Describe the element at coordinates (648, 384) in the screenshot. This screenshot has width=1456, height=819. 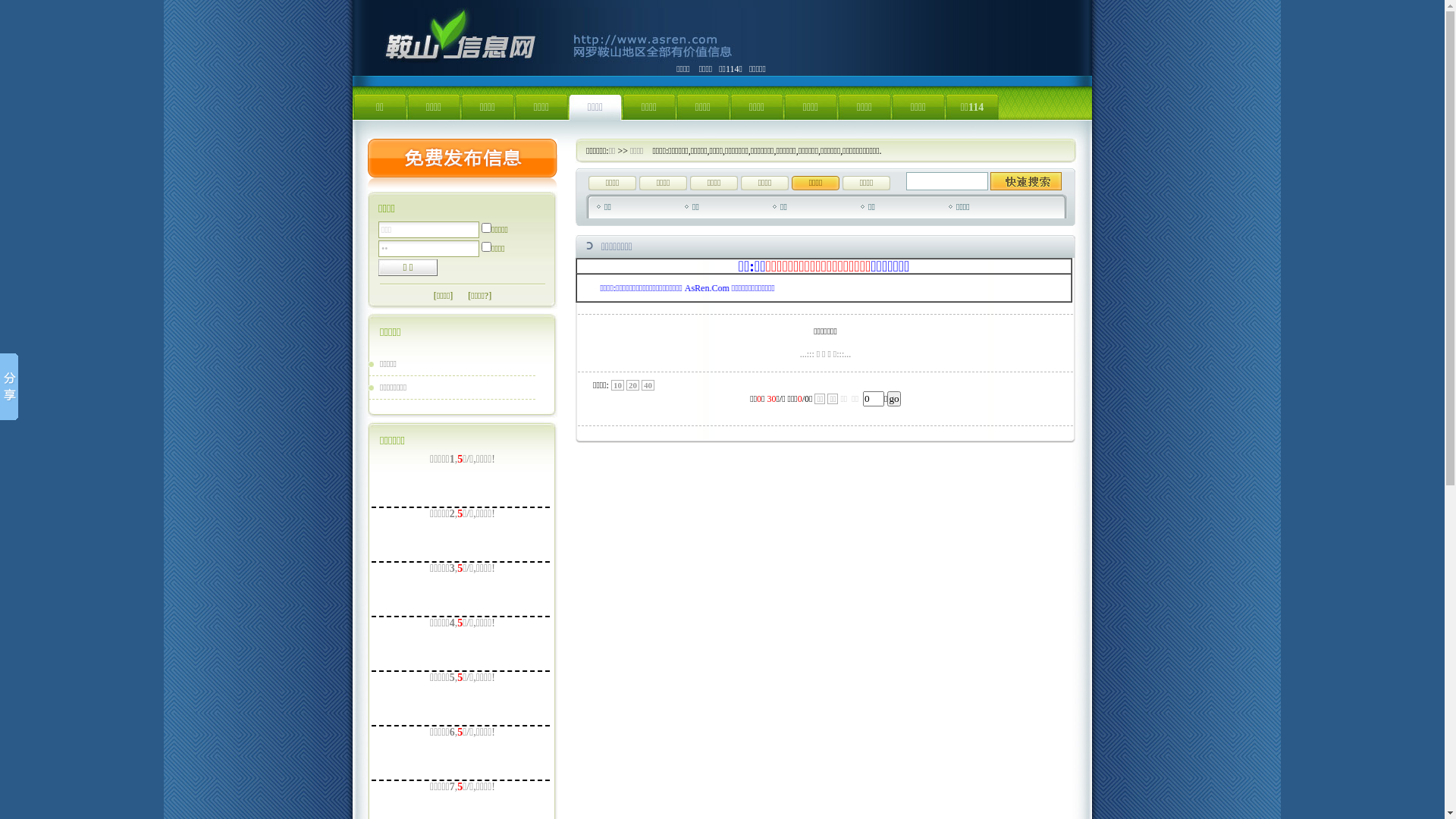
I see `'40'` at that location.